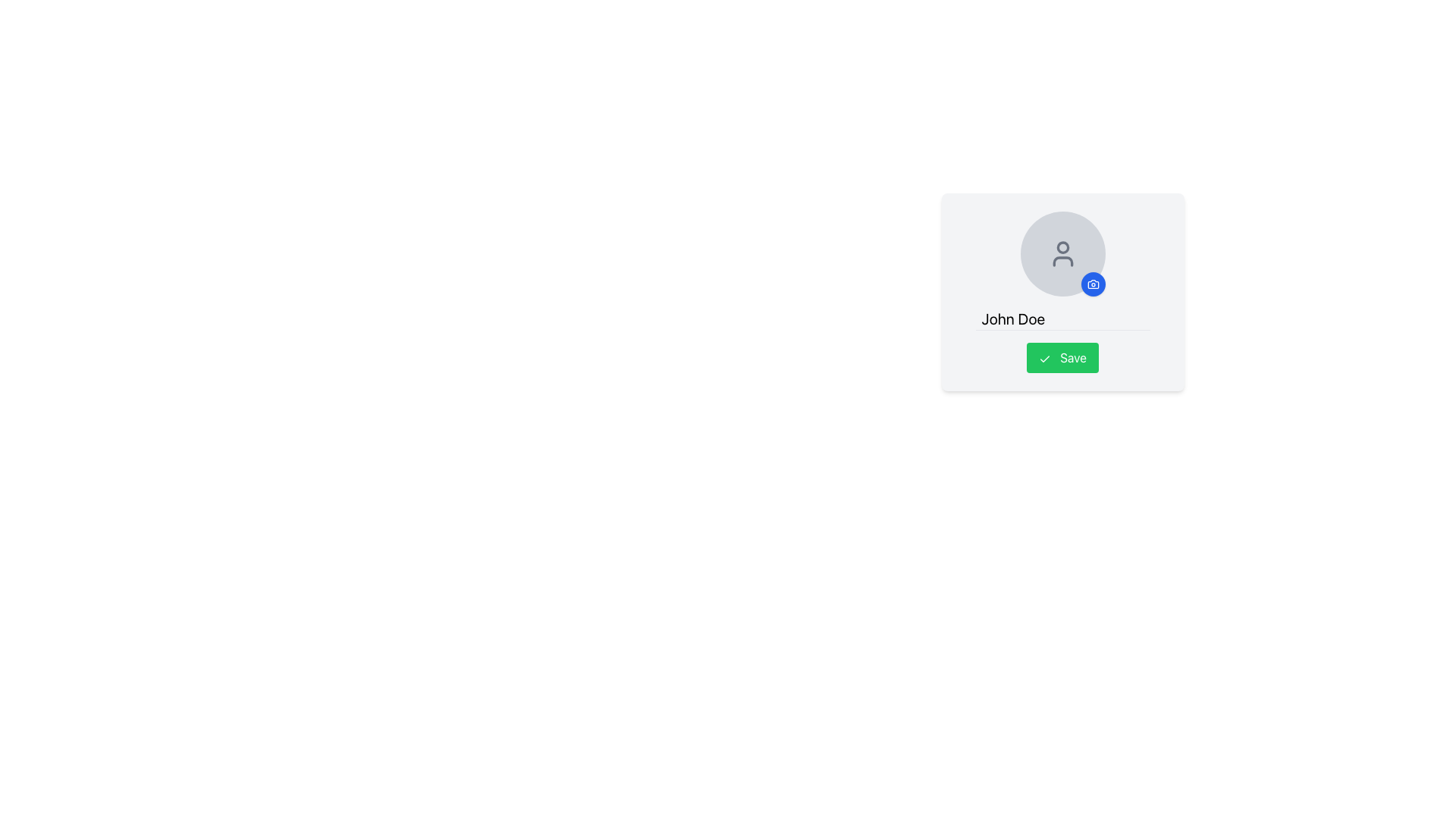 This screenshot has height=819, width=1456. What do you see at coordinates (1062, 357) in the screenshot?
I see `the green 'Save' button with a white checkmark icon located in the bottom area of the card layout to visualize the styling change` at bounding box center [1062, 357].